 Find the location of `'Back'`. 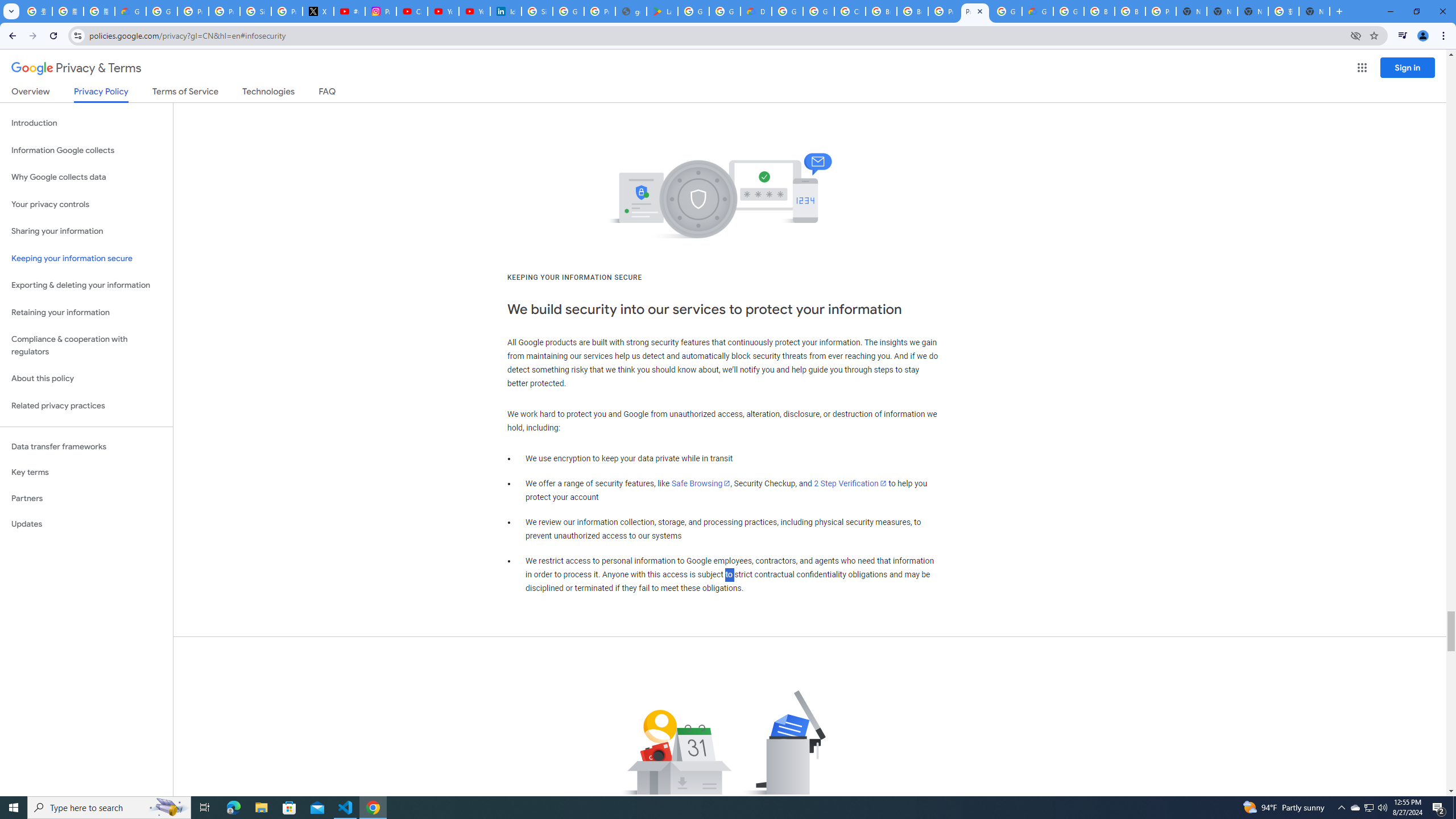

'Back' is located at coordinates (11, 35).